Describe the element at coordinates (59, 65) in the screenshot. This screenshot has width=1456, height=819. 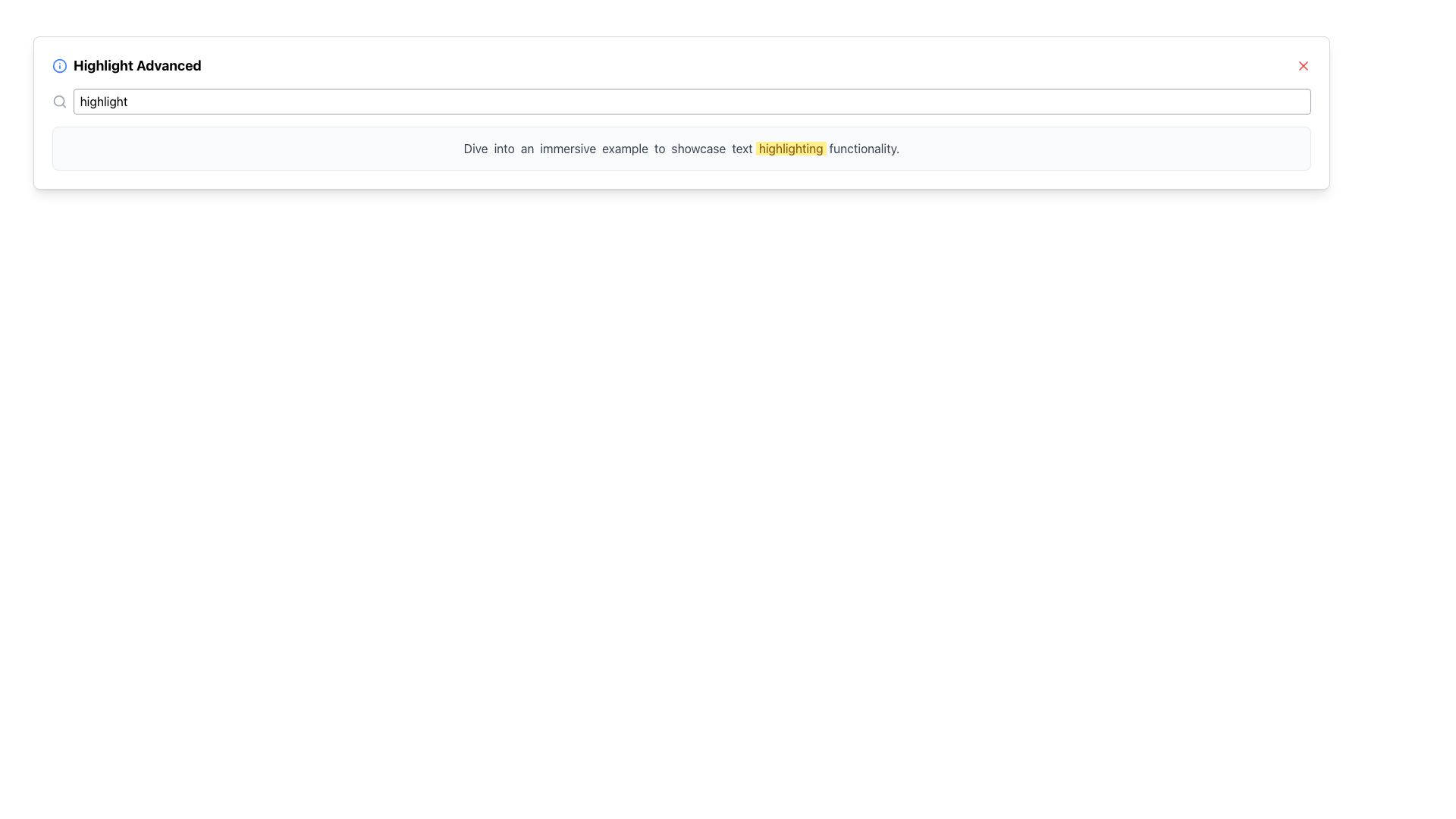
I see `the informational icon located to the left of the 'Highlight Advanced' header` at that location.